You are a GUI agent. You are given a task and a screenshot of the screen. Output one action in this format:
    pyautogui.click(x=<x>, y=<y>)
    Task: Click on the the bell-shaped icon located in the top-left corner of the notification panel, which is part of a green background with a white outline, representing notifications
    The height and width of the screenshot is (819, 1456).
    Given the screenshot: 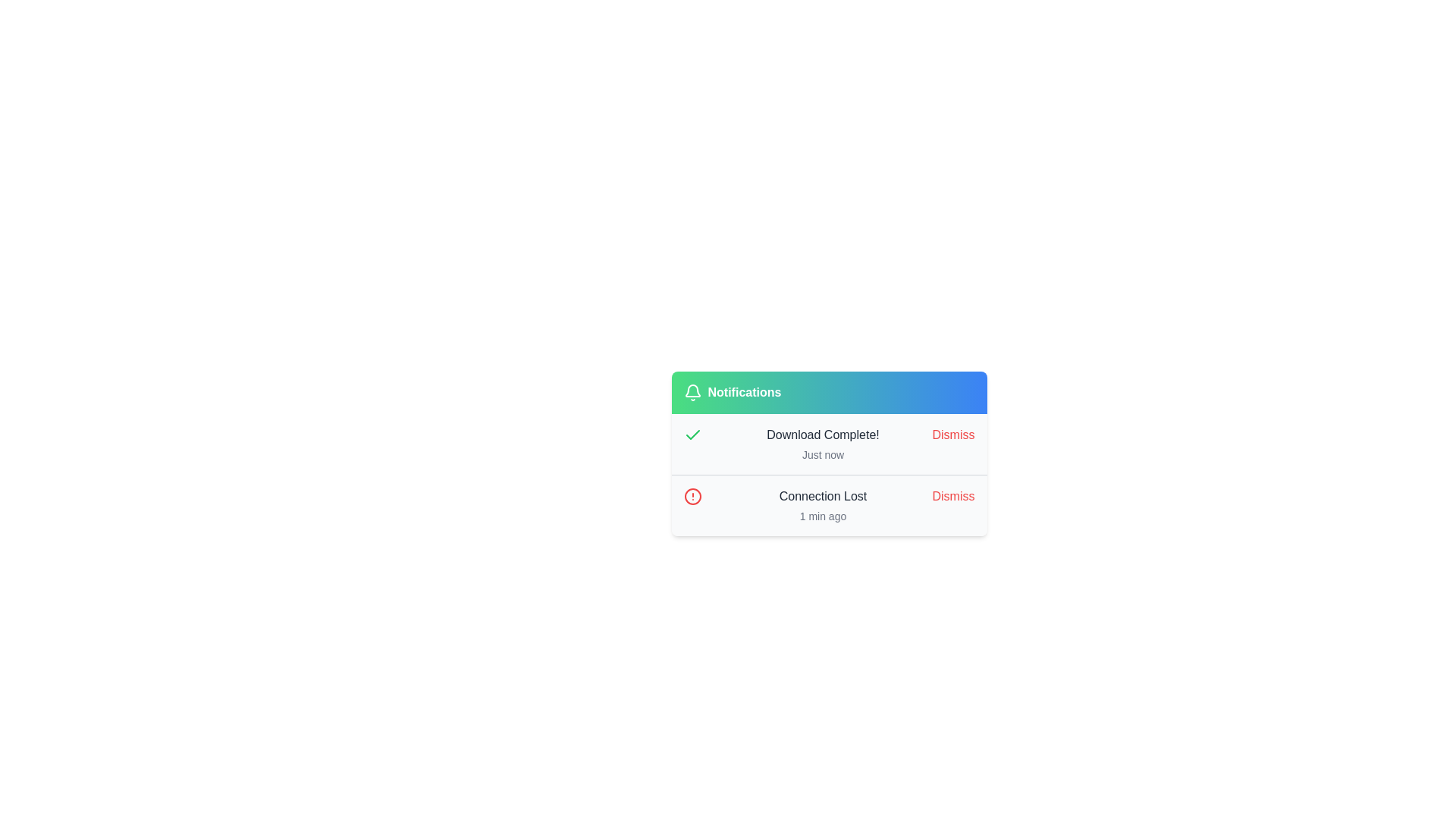 What is the action you would take?
    pyautogui.click(x=692, y=390)
    